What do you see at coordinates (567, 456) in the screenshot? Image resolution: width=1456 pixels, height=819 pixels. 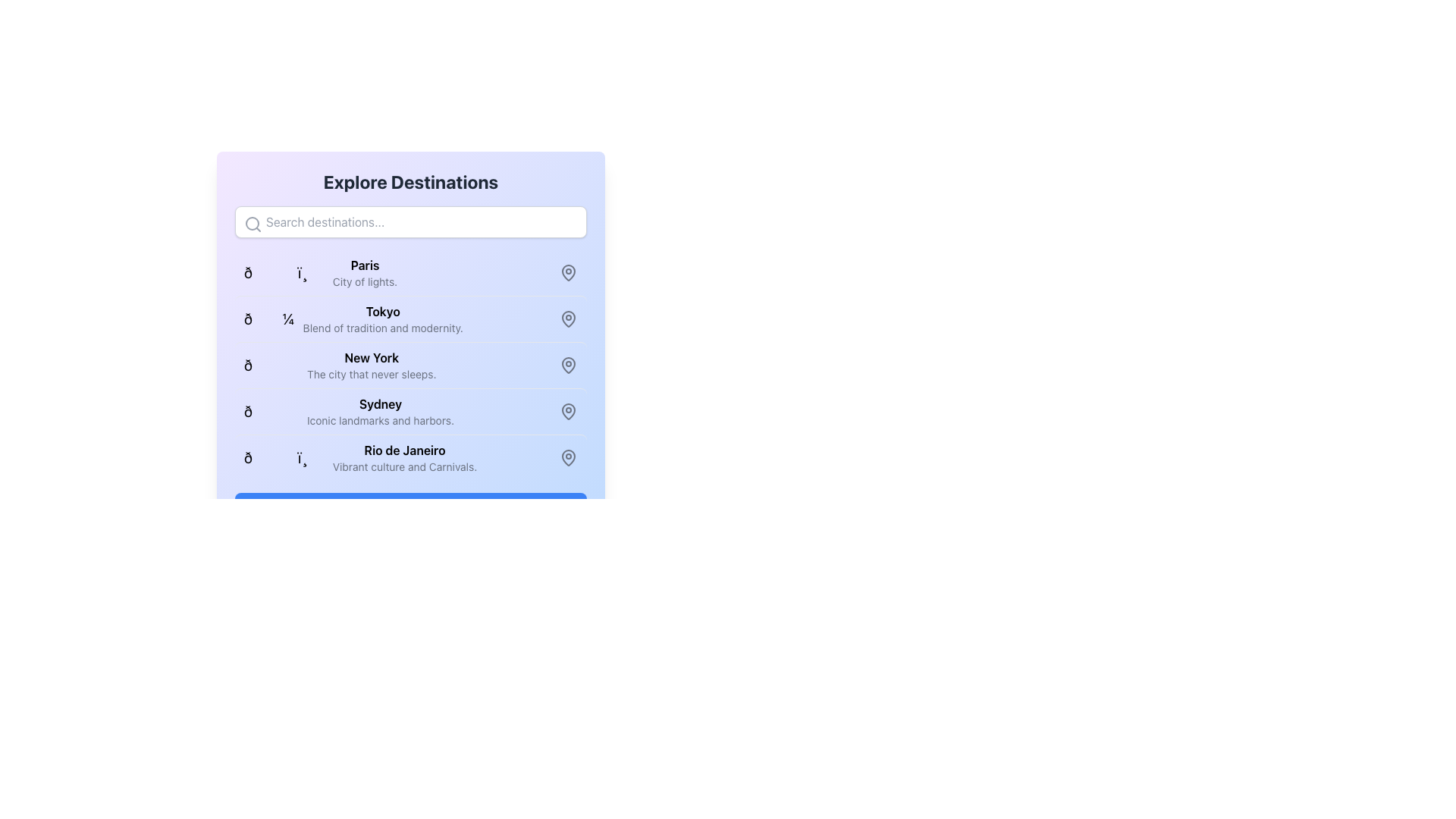 I see `the teardrop-shaped gray pin icon representing a location marker in the Rio de Janeiro list item` at bounding box center [567, 456].